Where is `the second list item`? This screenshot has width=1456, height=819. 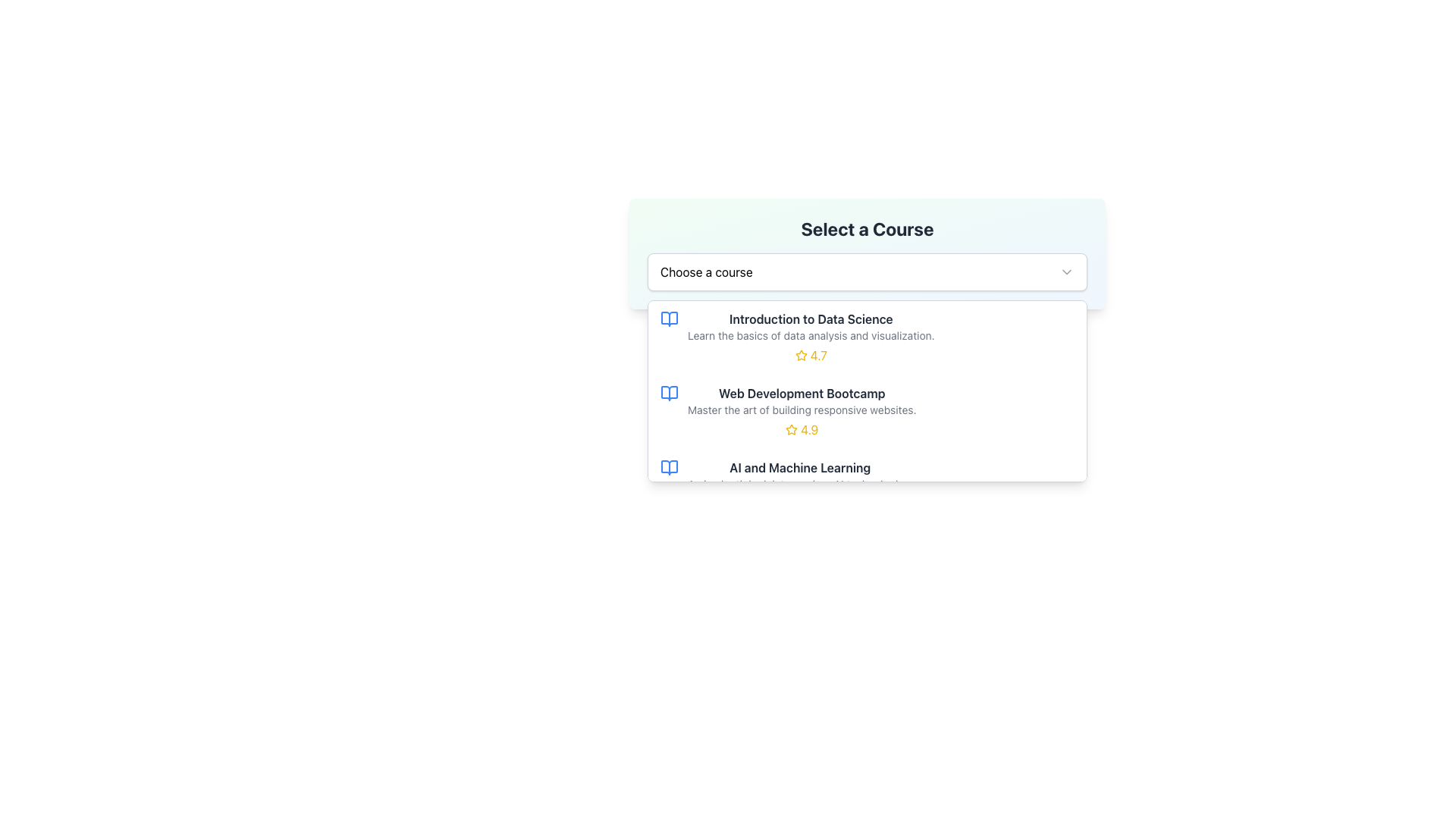
the second list item is located at coordinates (867, 412).